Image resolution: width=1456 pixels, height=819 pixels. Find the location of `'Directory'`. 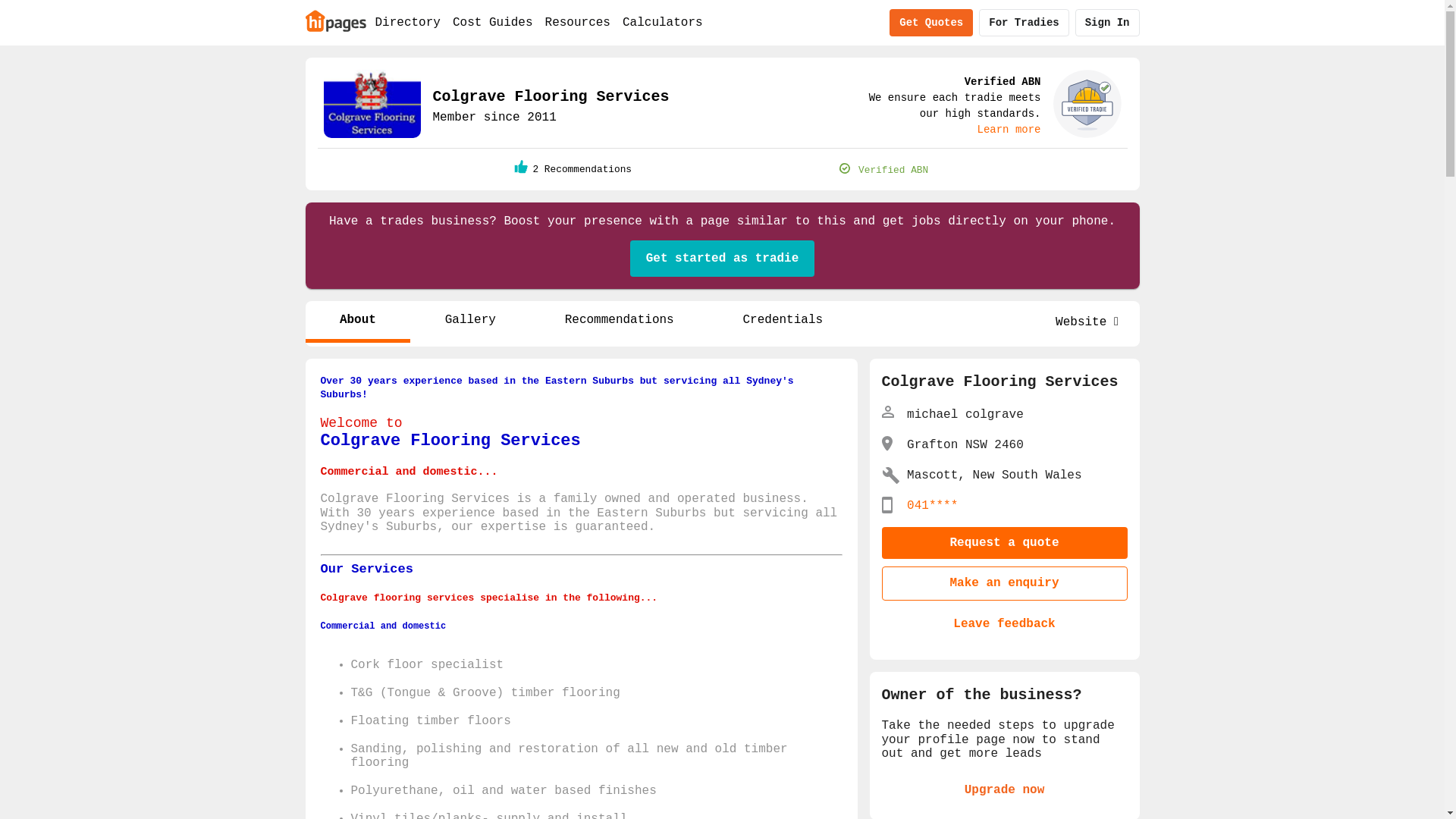

'Directory' is located at coordinates (407, 23).